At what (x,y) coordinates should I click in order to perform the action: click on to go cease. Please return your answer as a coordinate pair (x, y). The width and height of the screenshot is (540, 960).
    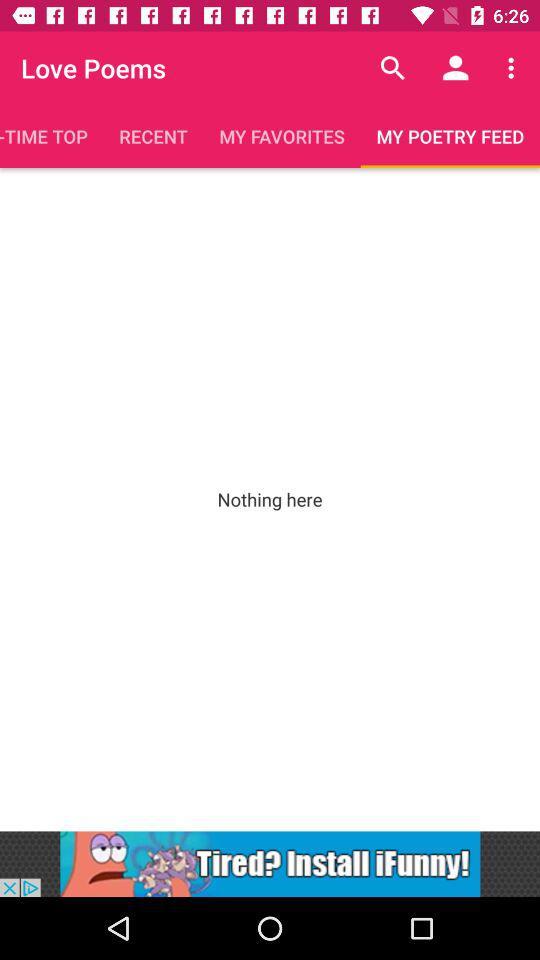
    Looking at the image, I should click on (270, 863).